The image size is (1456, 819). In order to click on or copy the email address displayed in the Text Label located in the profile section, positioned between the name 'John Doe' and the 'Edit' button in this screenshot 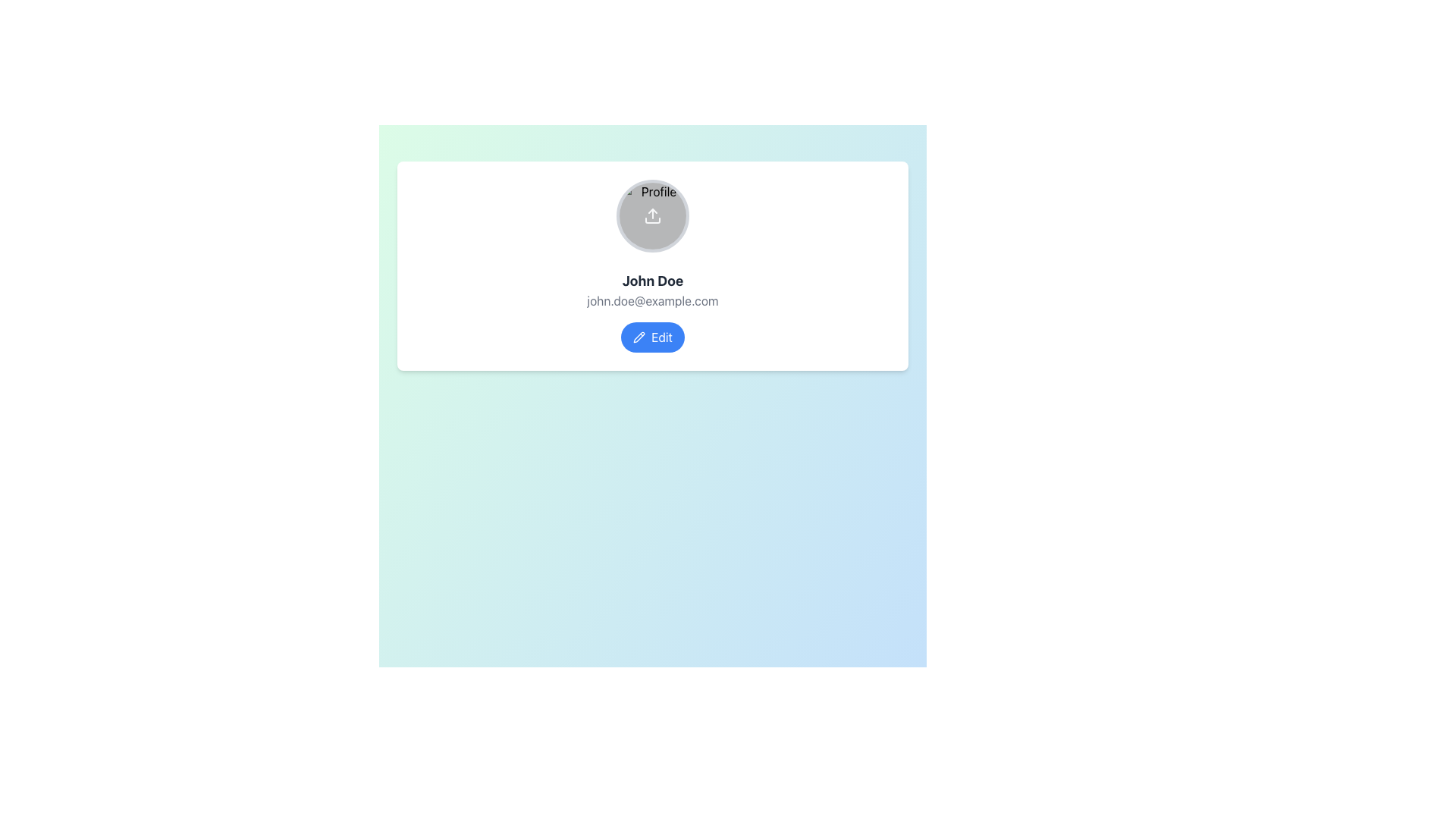, I will do `click(652, 301)`.